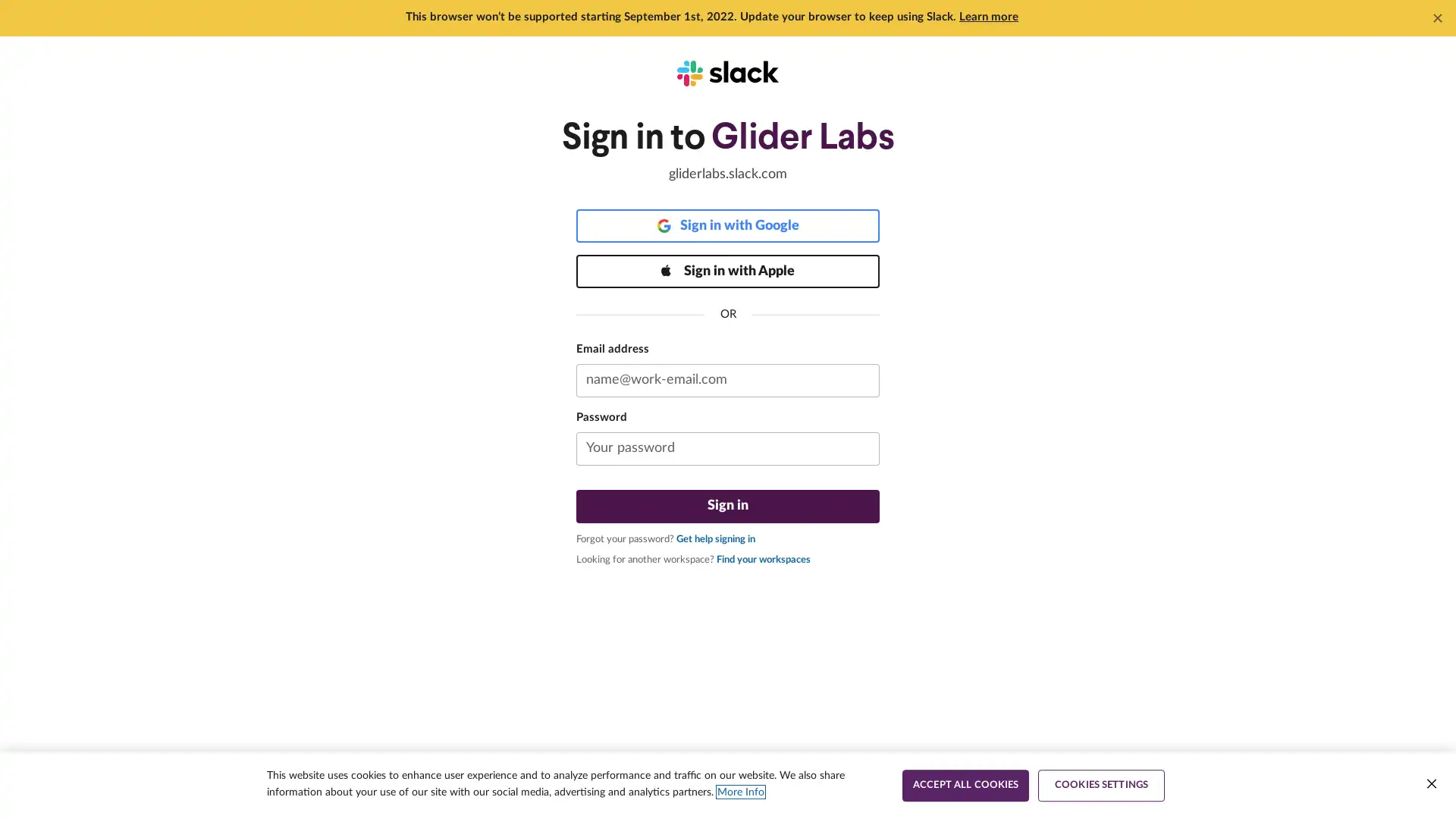  Describe the element at coordinates (965, 785) in the screenshot. I see `ACCEPT ALL COOKIES` at that location.